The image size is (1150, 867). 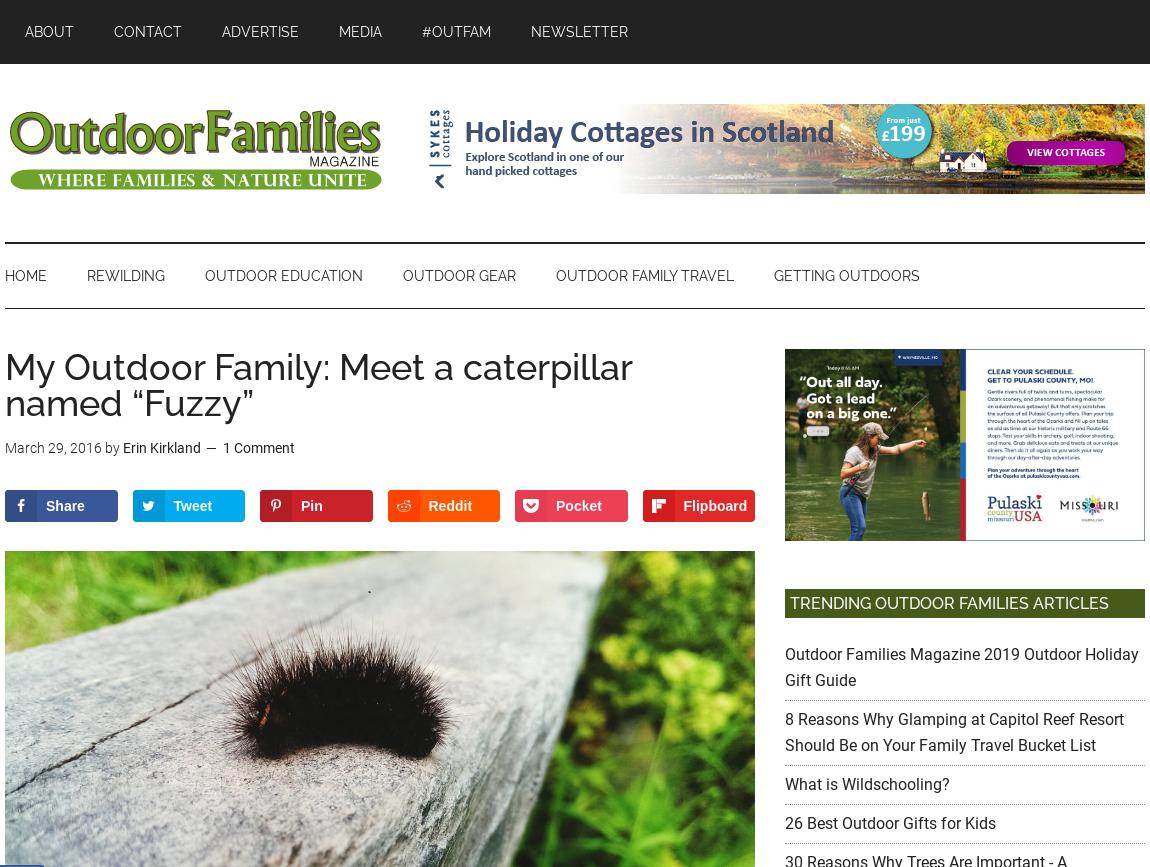 What do you see at coordinates (402, 275) in the screenshot?
I see `'OUTDOOR GEAR'` at bounding box center [402, 275].